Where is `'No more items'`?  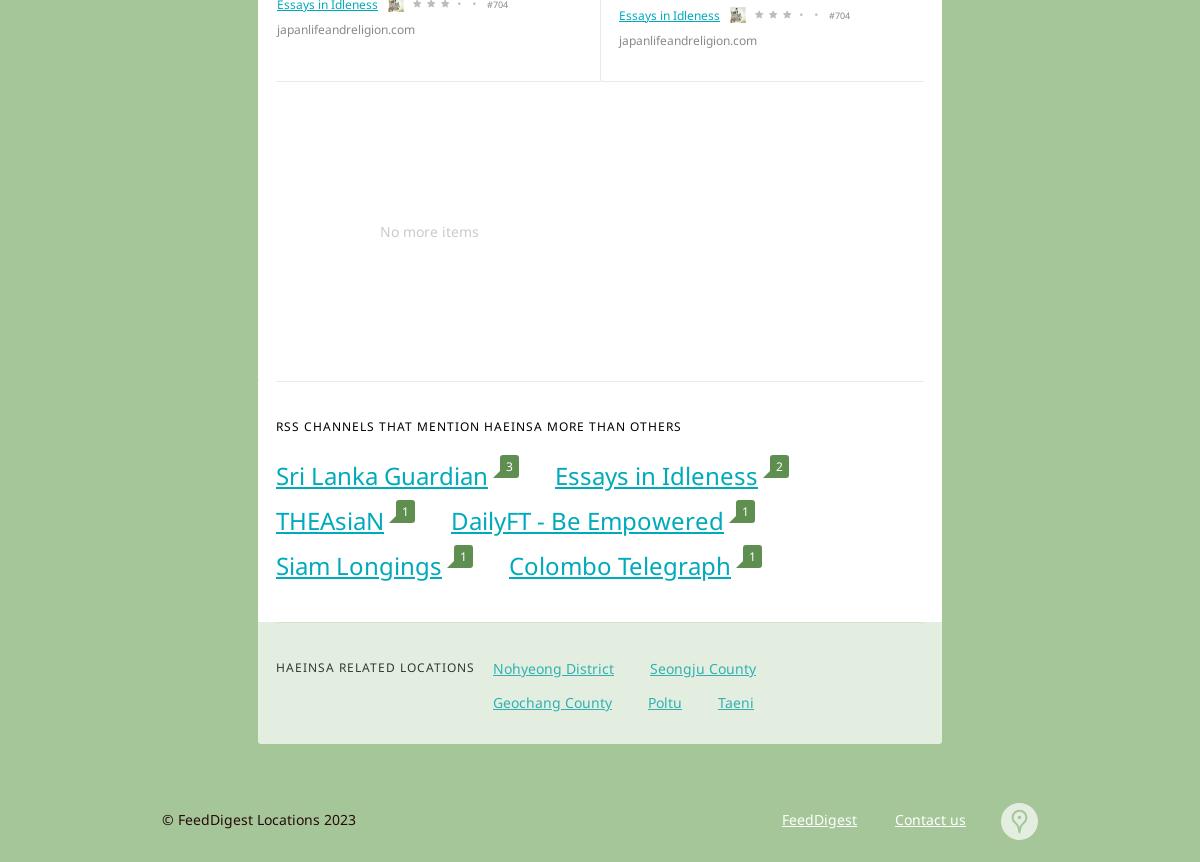 'No more items' is located at coordinates (429, 229).